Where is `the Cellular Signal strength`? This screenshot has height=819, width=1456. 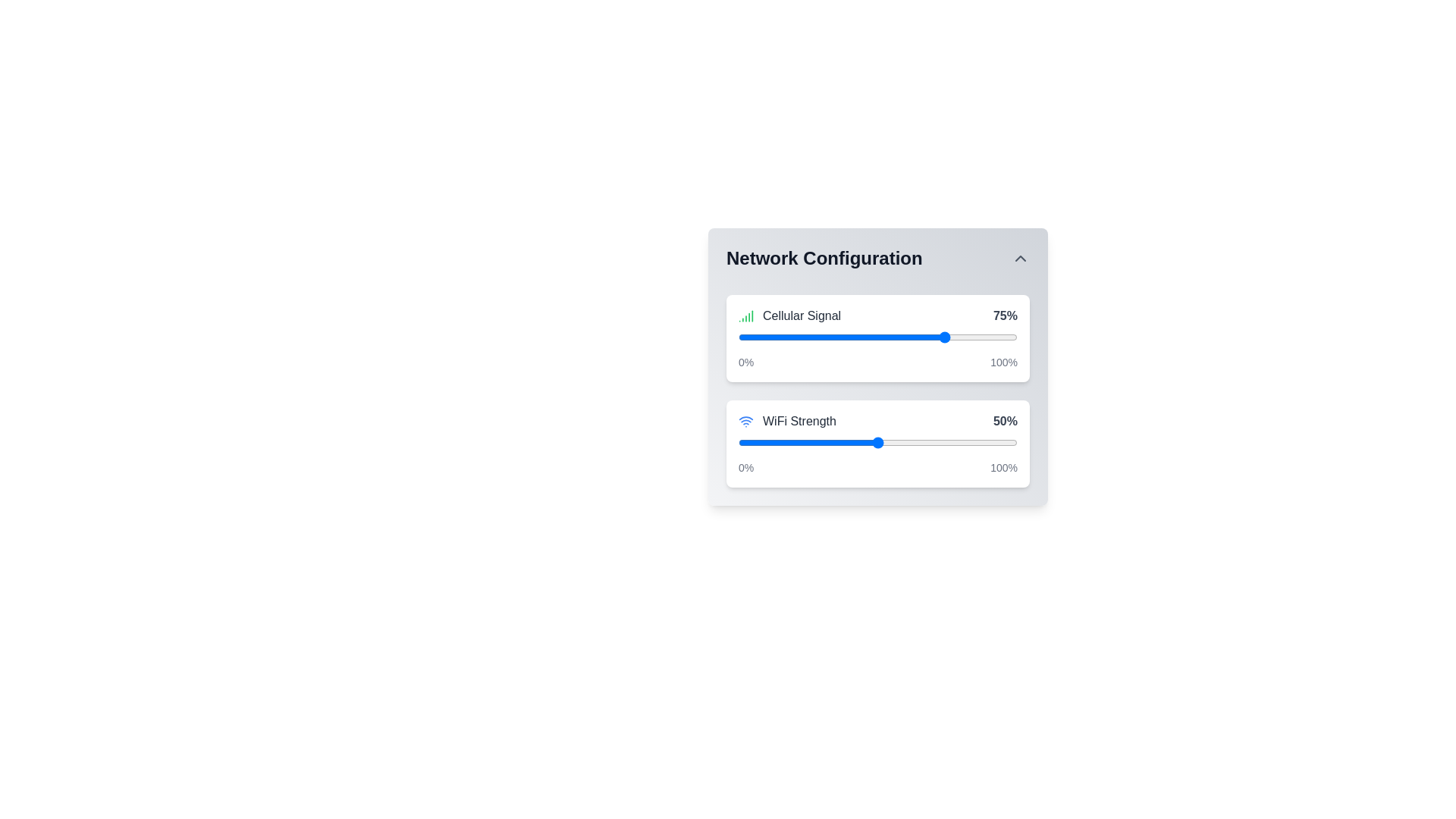
the Cellular Signal strength is located at coordinates (867, 336).